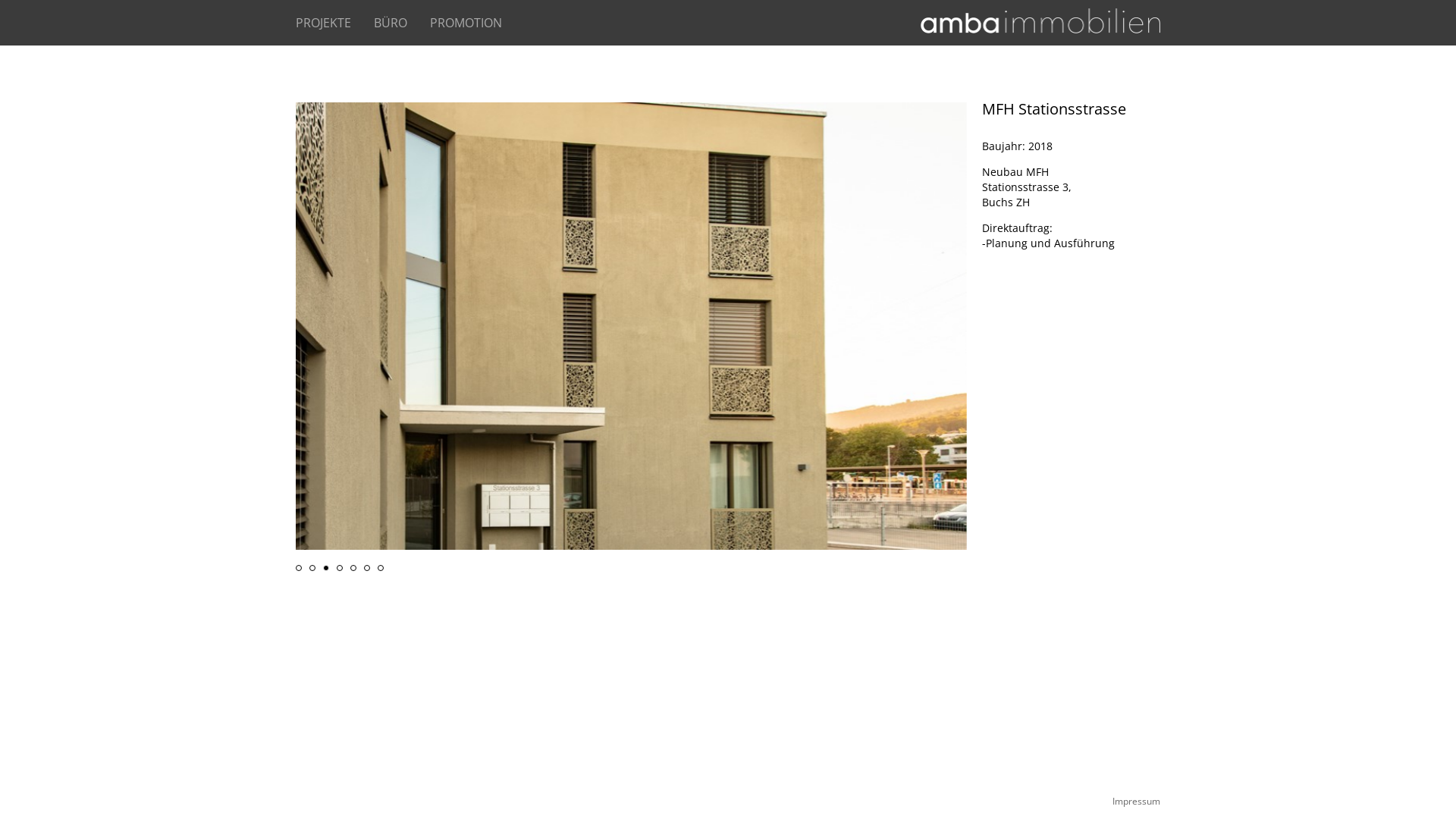  What do you see at coordinates (336, 567) in the screenshot?
I see `'4'` at bounding box center [336, 567].